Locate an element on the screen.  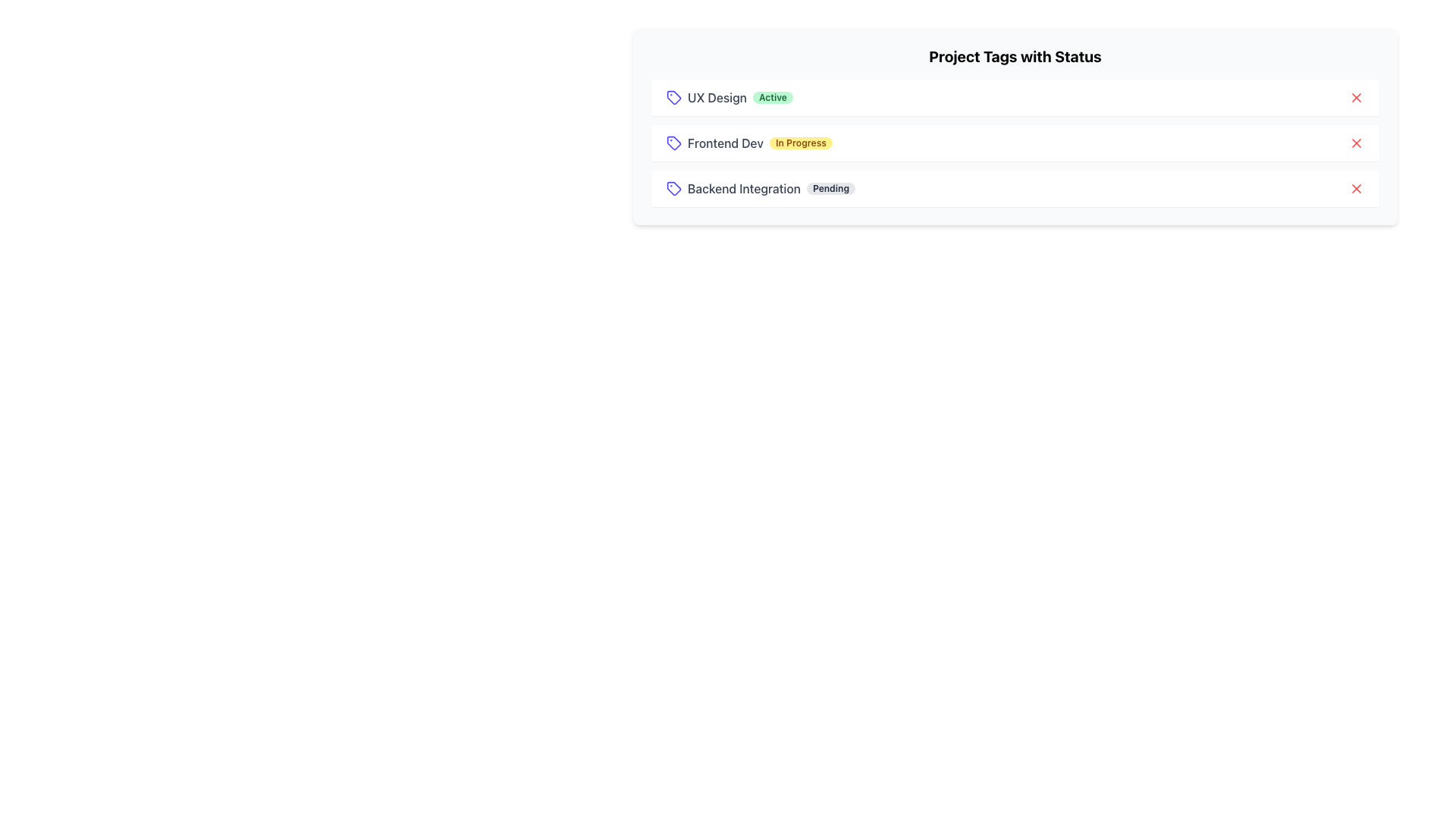
status text from the Status label indicating 'Pending' for the 'Backend Integration' task, located to the immediate right of the 'Backend Integration' text in the bottom row of the project tags is located at coordinates (830, 188).